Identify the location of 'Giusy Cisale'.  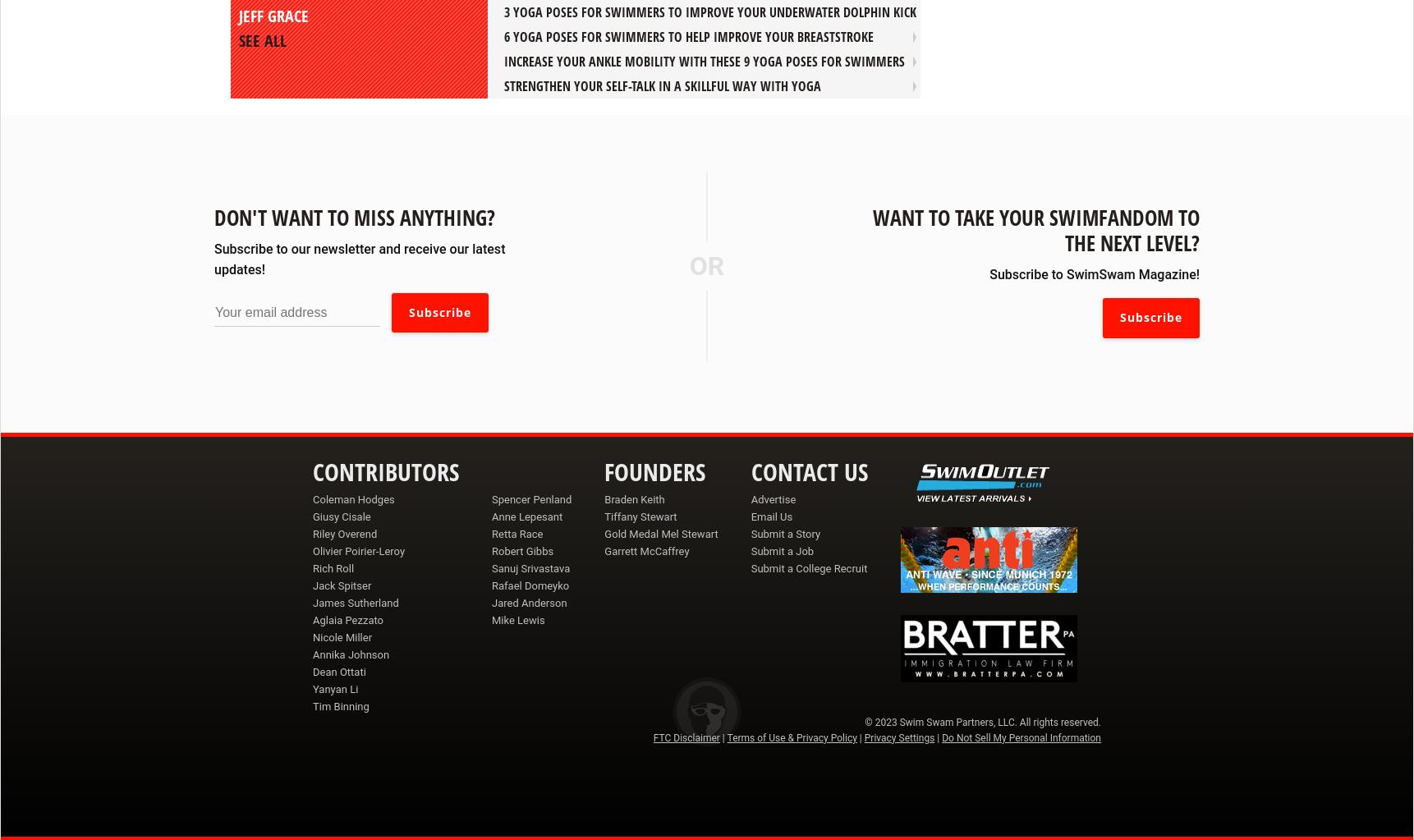
(342, 515).